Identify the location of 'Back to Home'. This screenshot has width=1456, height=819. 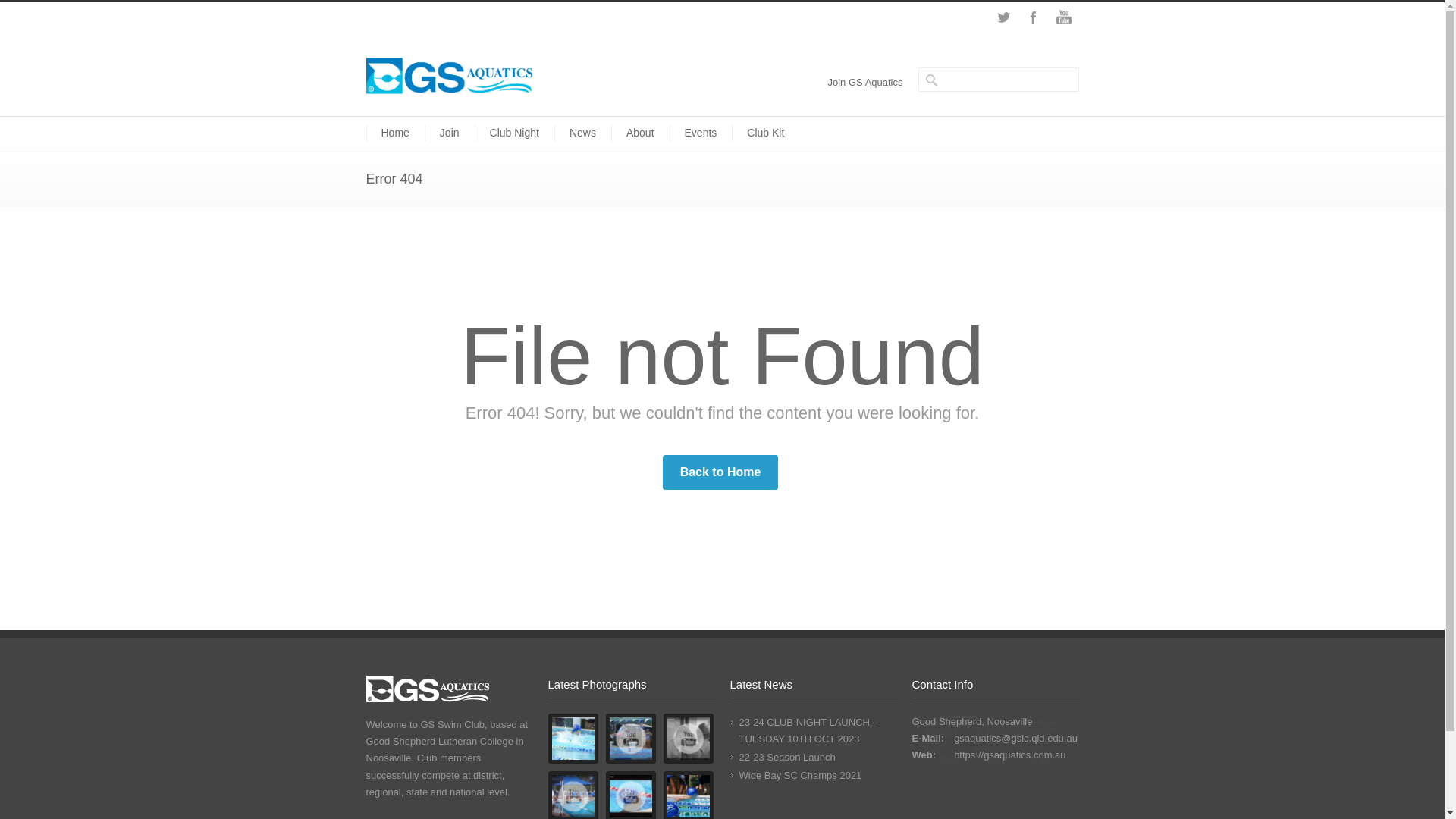
(720, 472).